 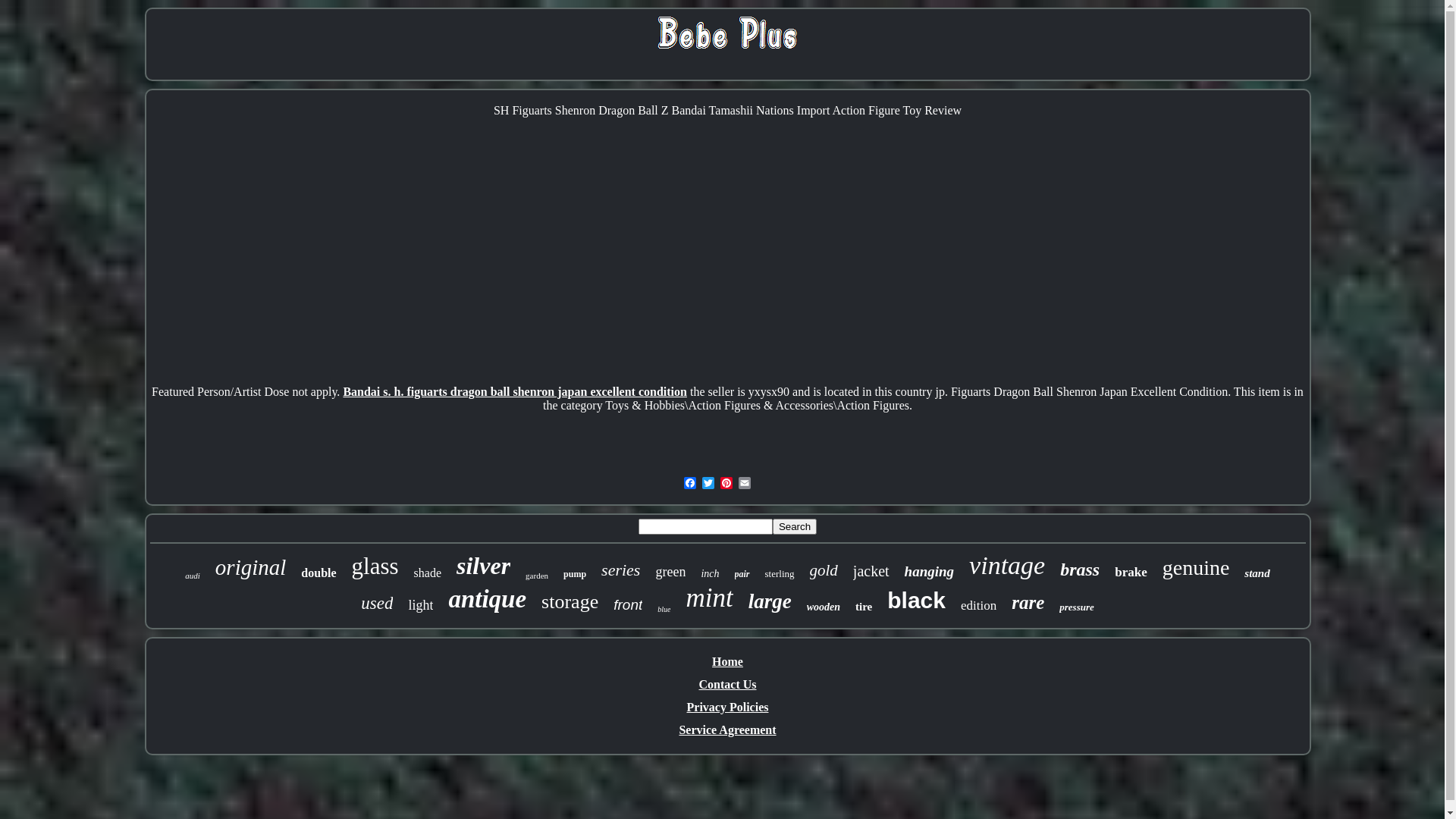 I want to click on 'silver', so click(x=455, y=566).